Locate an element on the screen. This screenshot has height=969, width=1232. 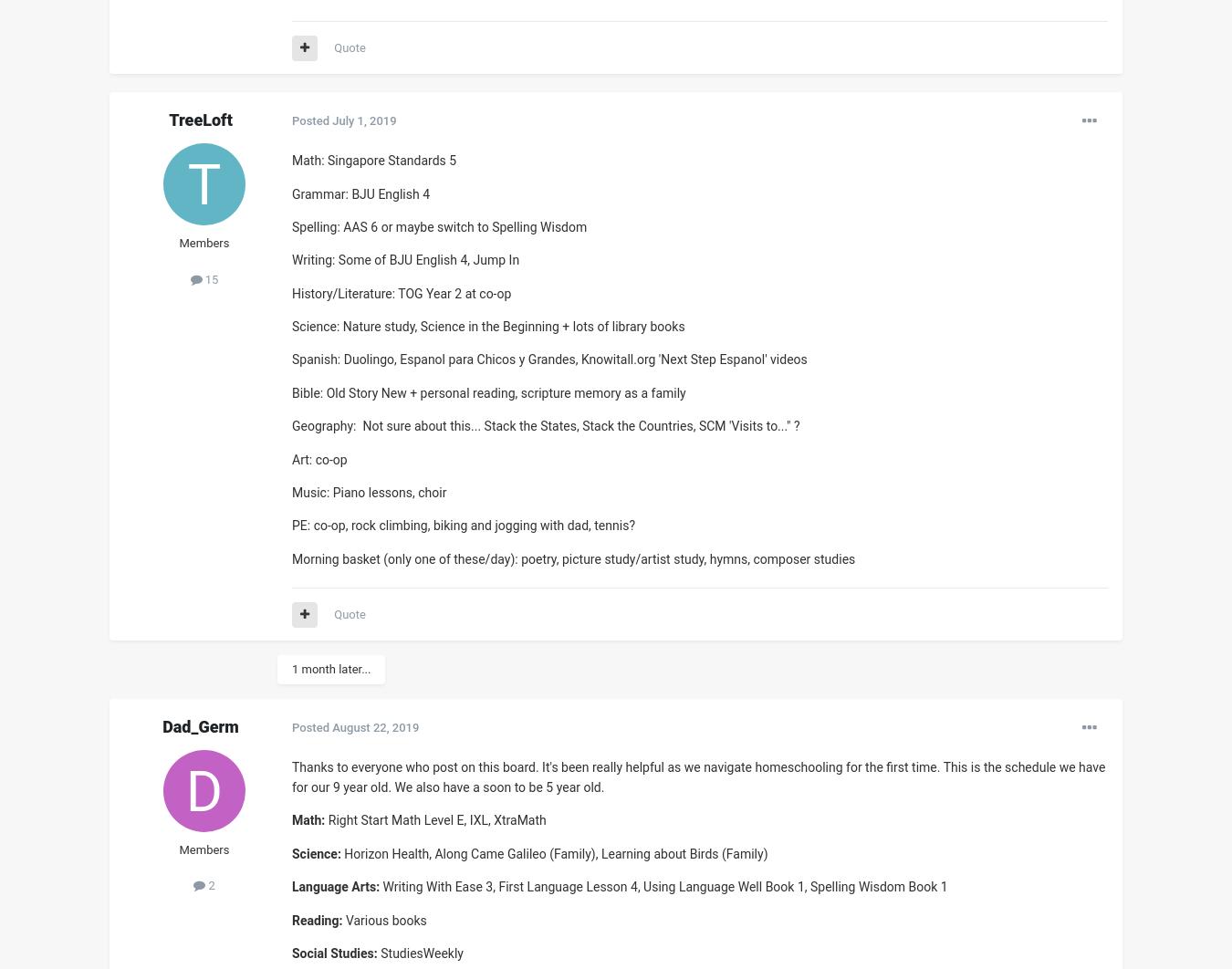
'1 month later...' is located at coordinates (331, 669).